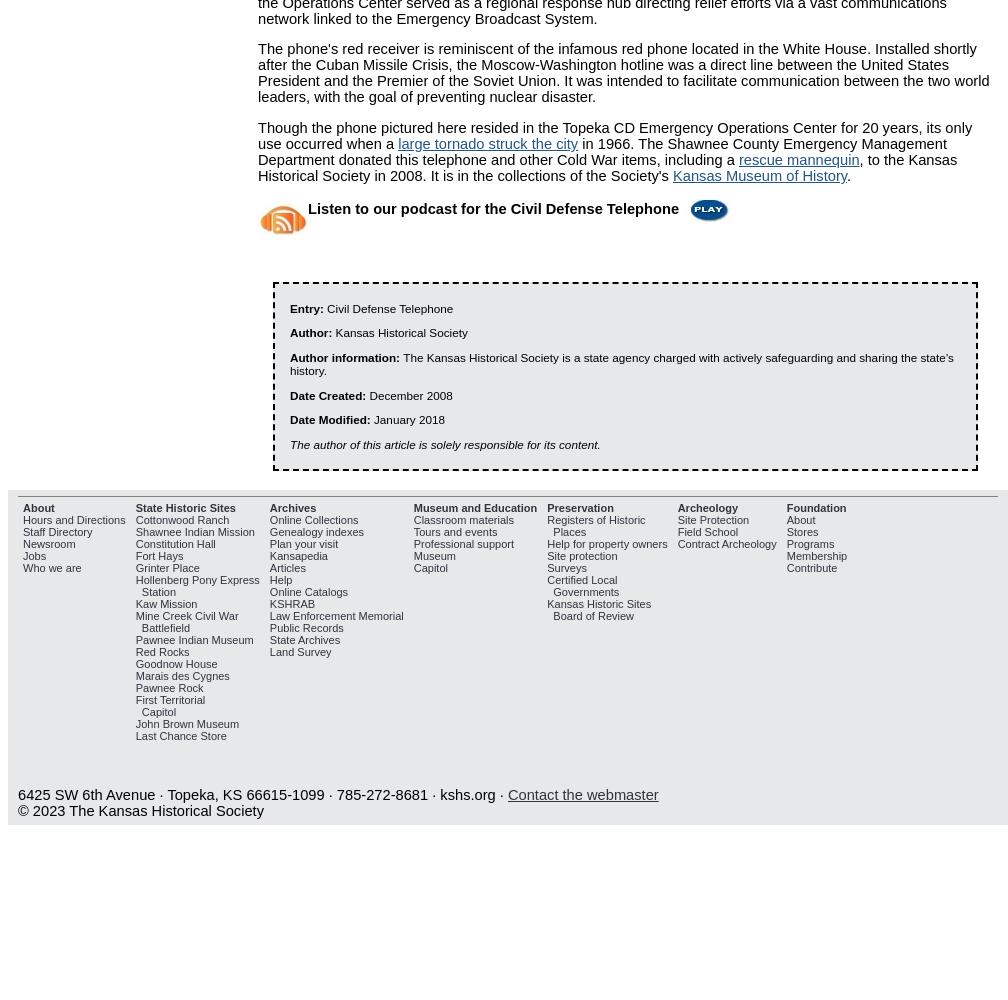  Describe the element at coordinates (607, 168) in the screenshot. I see `', to the Kansas Historical Society in 2008. It is in the collections of the Society's'` at that location.